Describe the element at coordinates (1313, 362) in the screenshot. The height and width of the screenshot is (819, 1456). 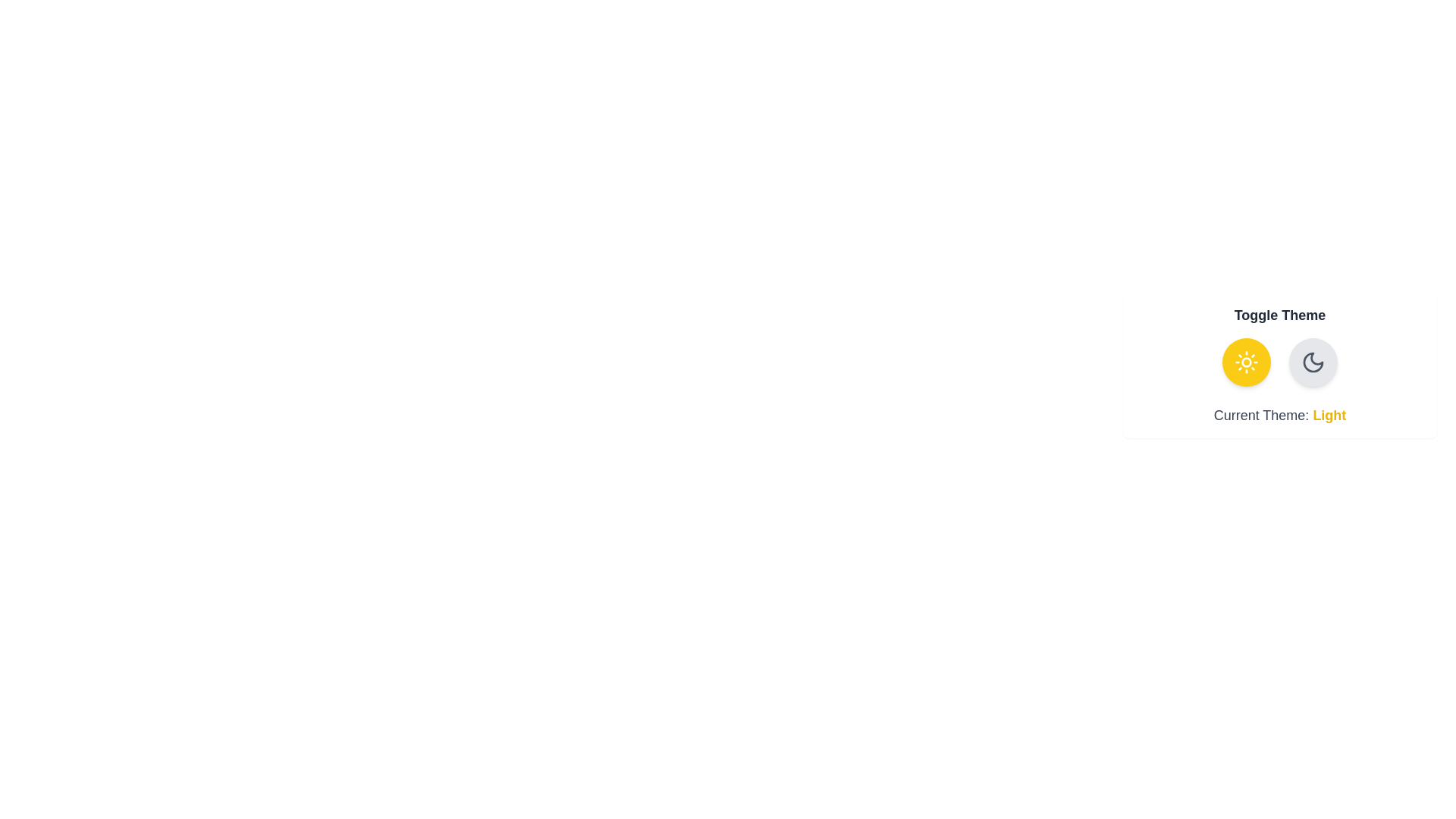
I see `the theme button for dark theme to observe the animation effect` at that location.